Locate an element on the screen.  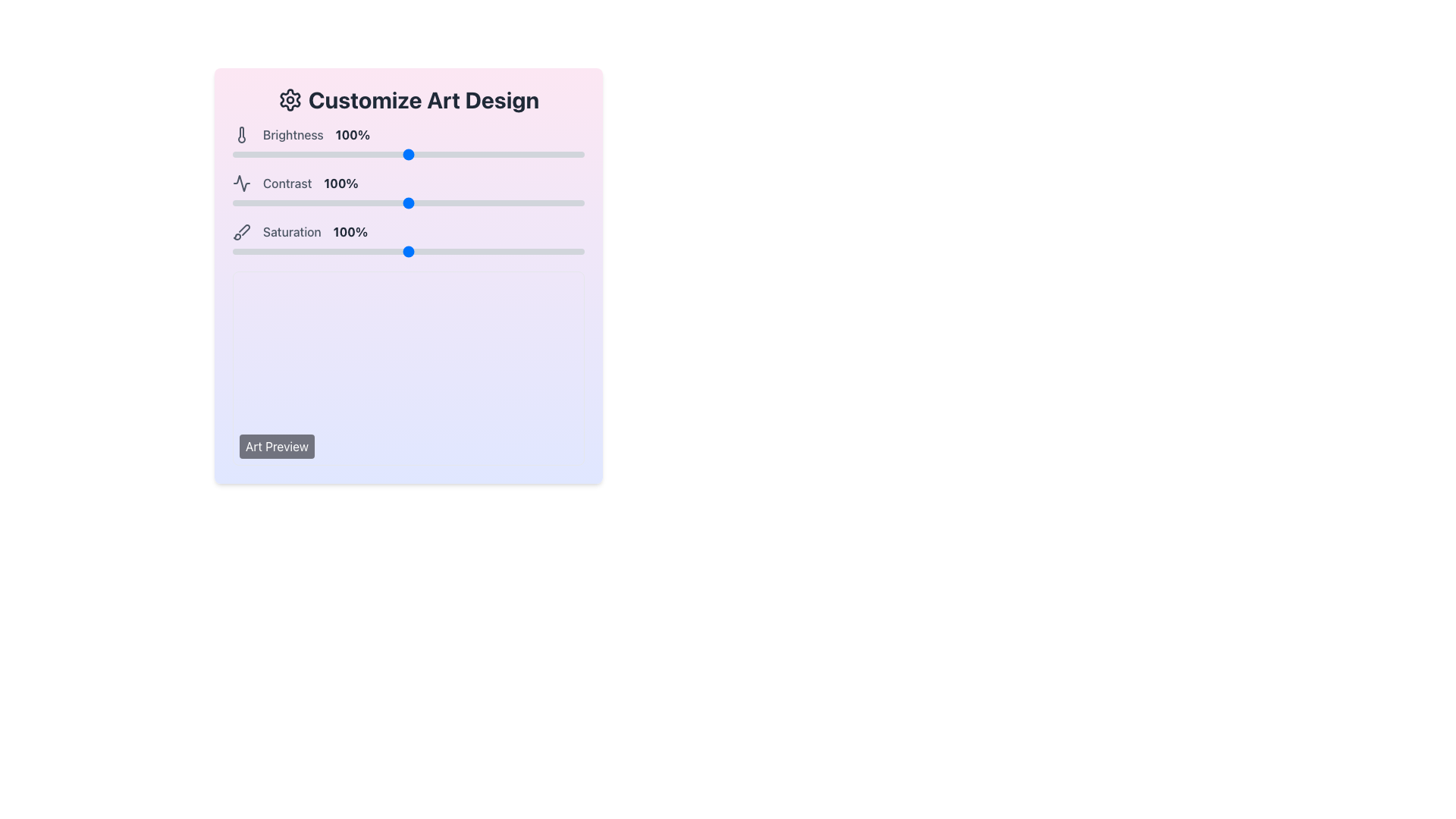
displayed percentage value '100%' from the Saturation control, which includes a text label, a bold numeric display, and a slider input field, located below the Brightness and Contrast controls is located at coordinates (408, 240).